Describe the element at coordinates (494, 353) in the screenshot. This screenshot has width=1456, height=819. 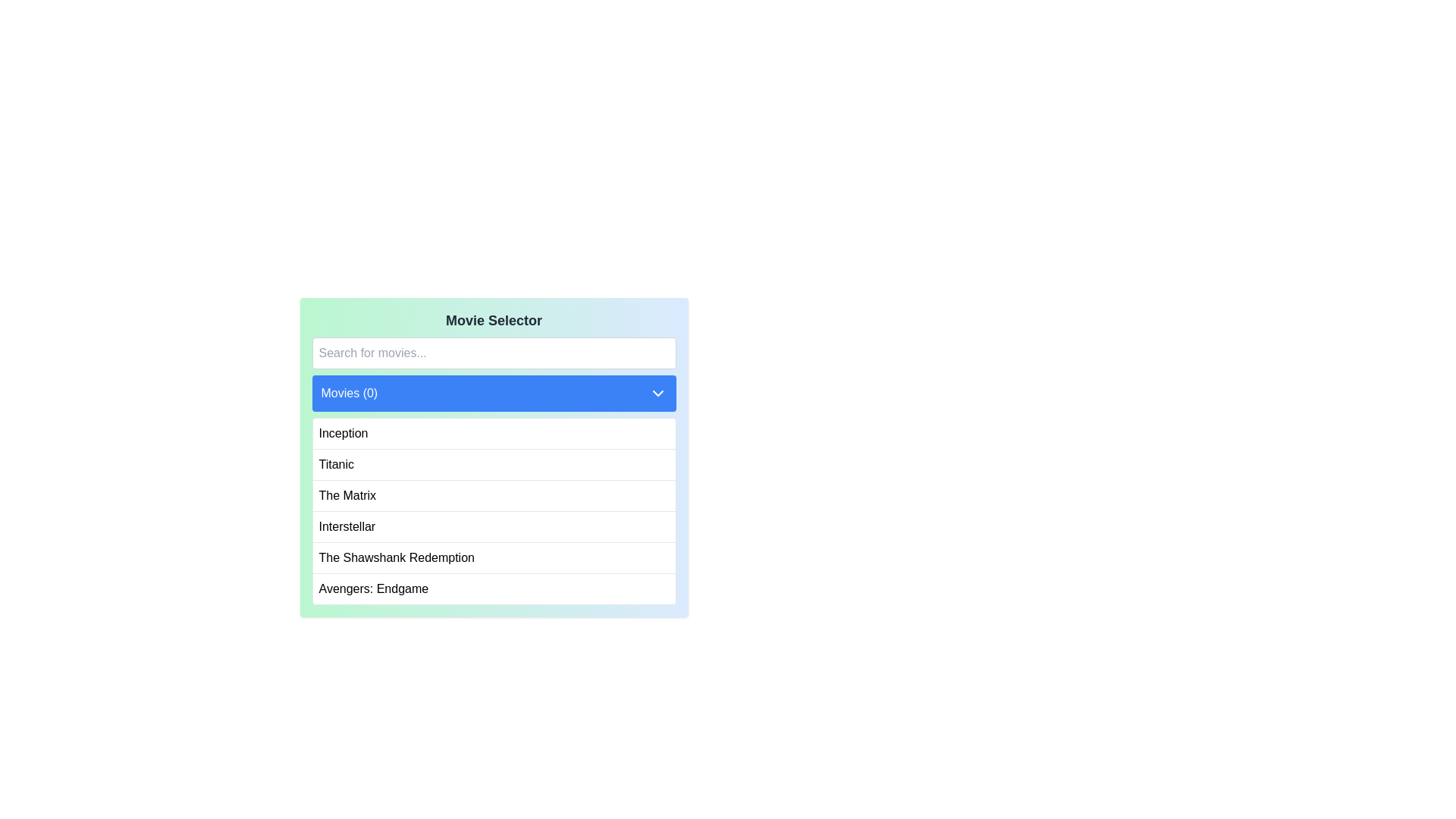
I see `the search input field located beneath the 'Movie Selector' title` at that location.